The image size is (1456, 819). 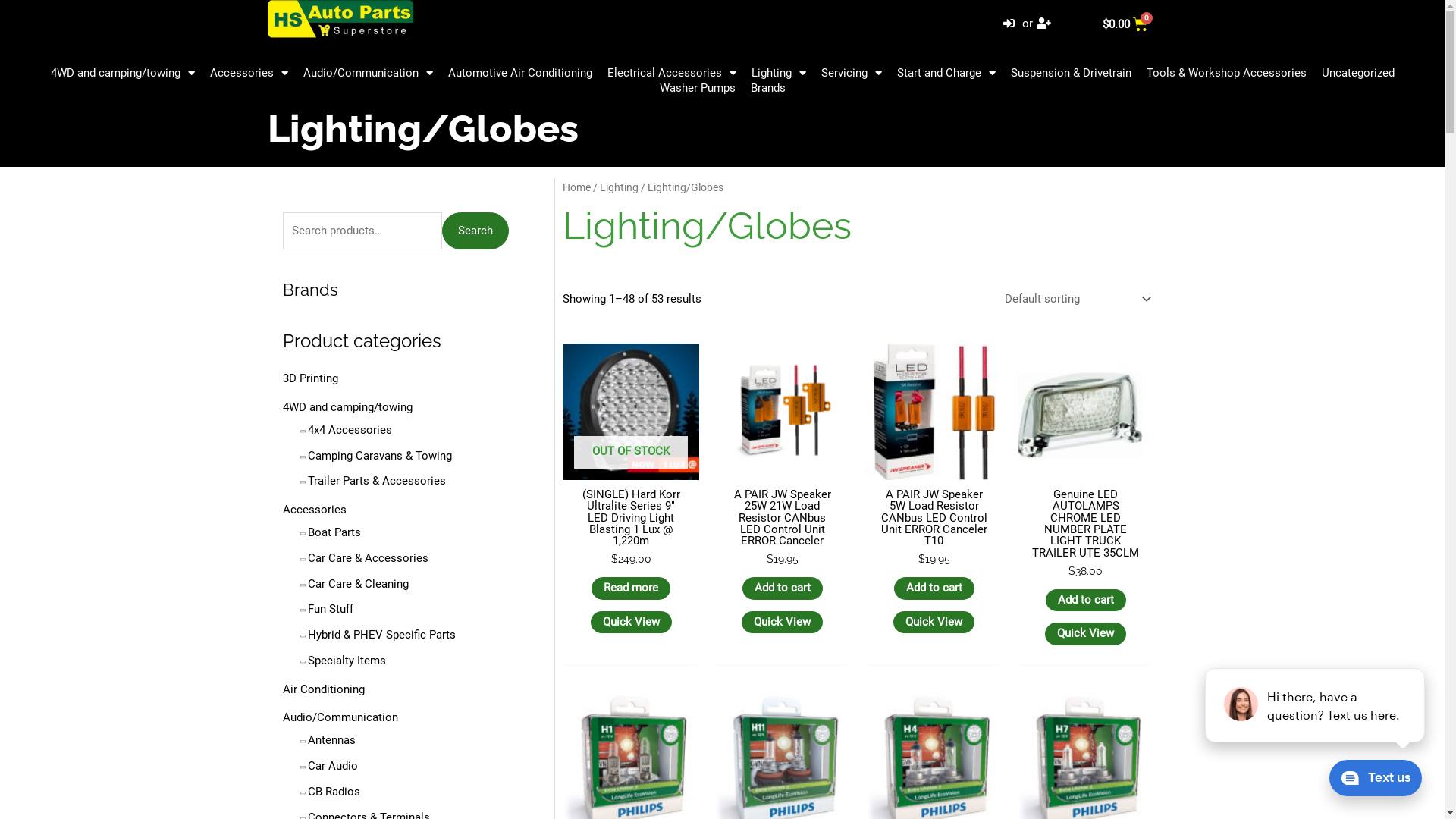 What do you see at coordinates (346, 406) in the screenshot?
I see `'4WD and camping/towing'` at bounding box center [346, 406].